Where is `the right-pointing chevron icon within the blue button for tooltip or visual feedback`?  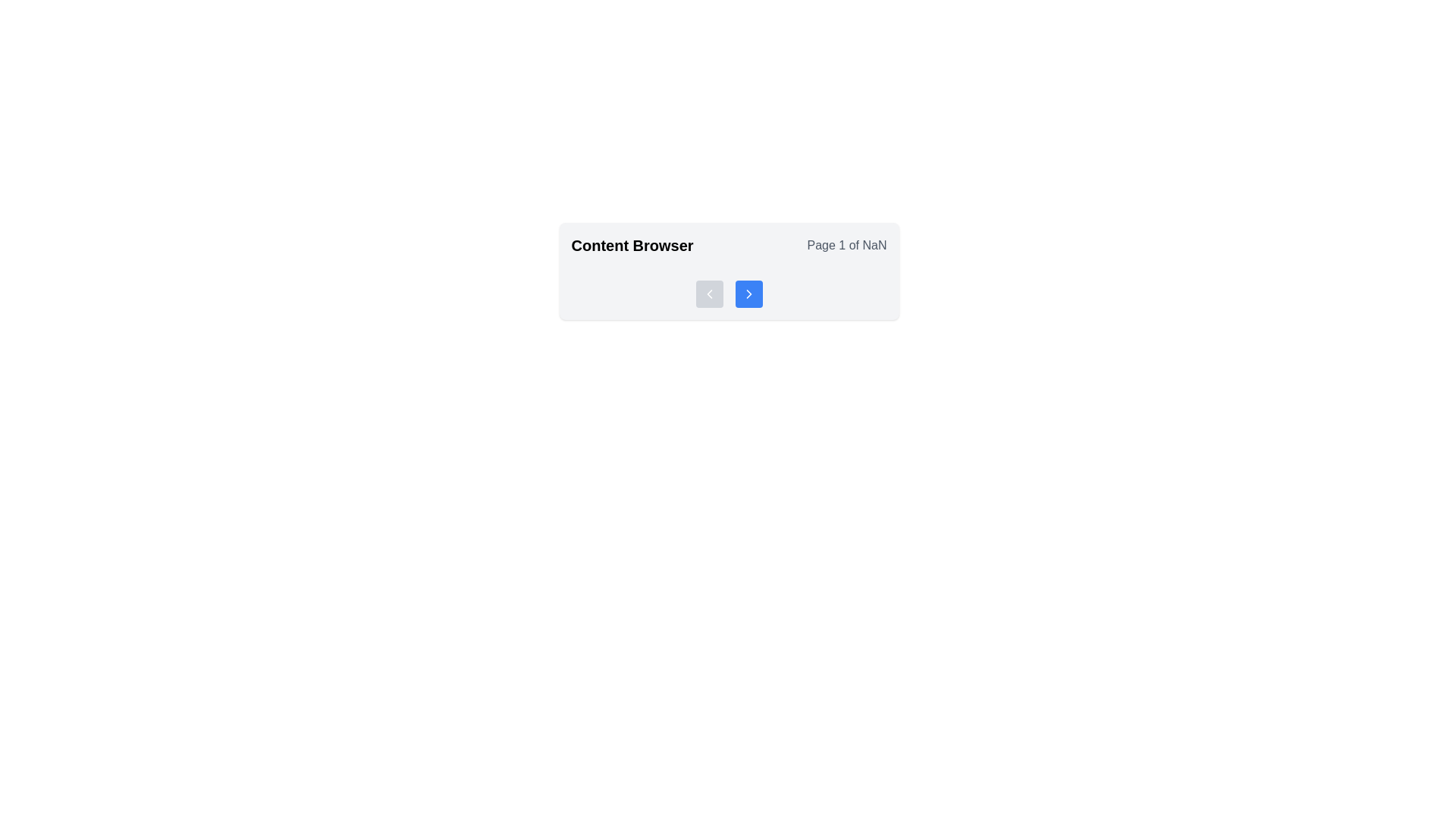 the right-pointing chevron icon within the blue button for tooltip or visual feedback is located at coordinates (748, 294).